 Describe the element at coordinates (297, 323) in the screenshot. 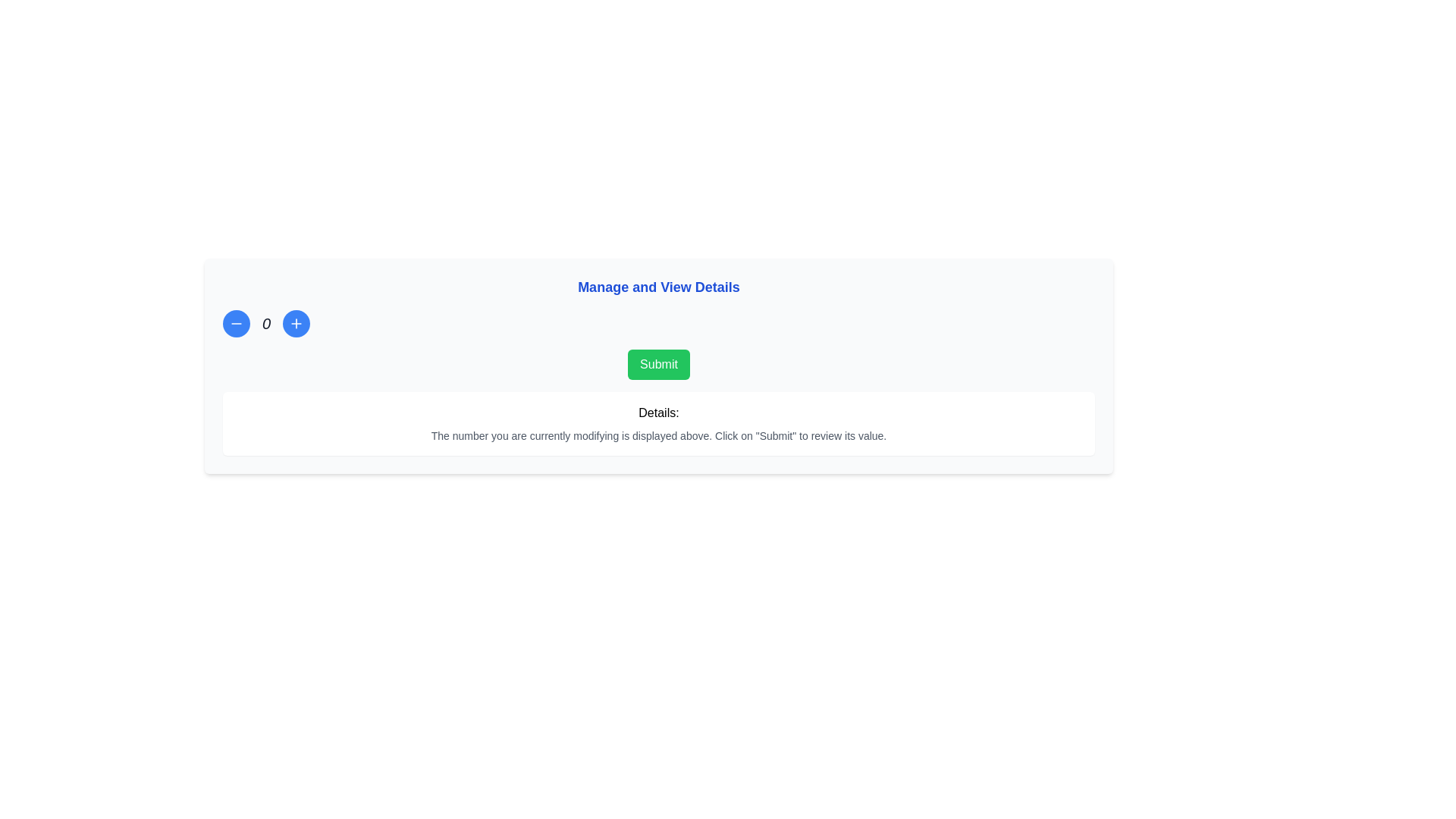

I see `the plus icon button, which is a thin-stroke plus sign on a blue circular background, located beside the numeric indicator '0' in the control widget` at that location.